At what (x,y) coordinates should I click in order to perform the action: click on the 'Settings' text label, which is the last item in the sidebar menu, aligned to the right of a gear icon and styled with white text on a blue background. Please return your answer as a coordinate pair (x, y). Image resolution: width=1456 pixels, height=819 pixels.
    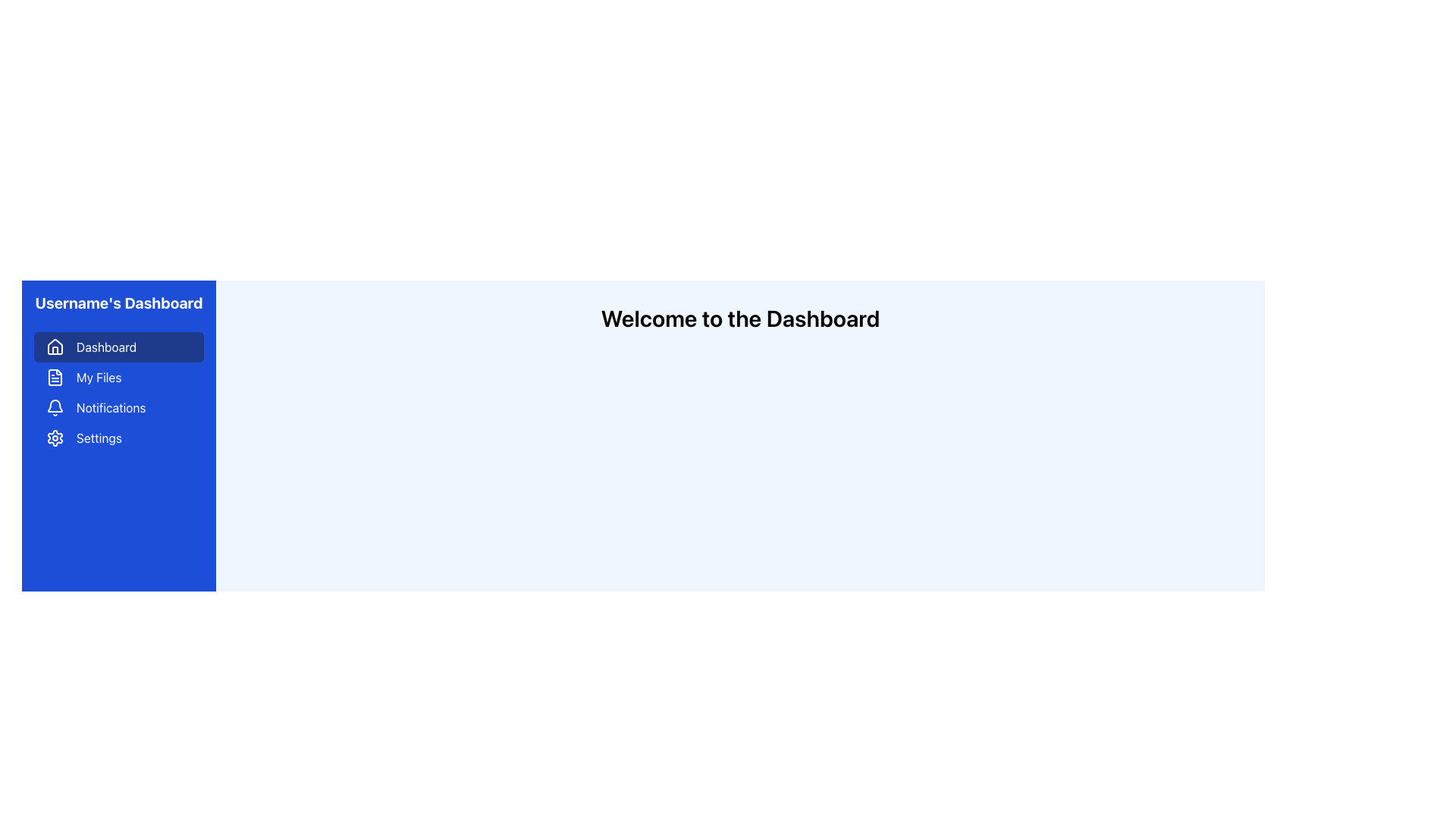
    Looking at the image, I should click on (98, 438).